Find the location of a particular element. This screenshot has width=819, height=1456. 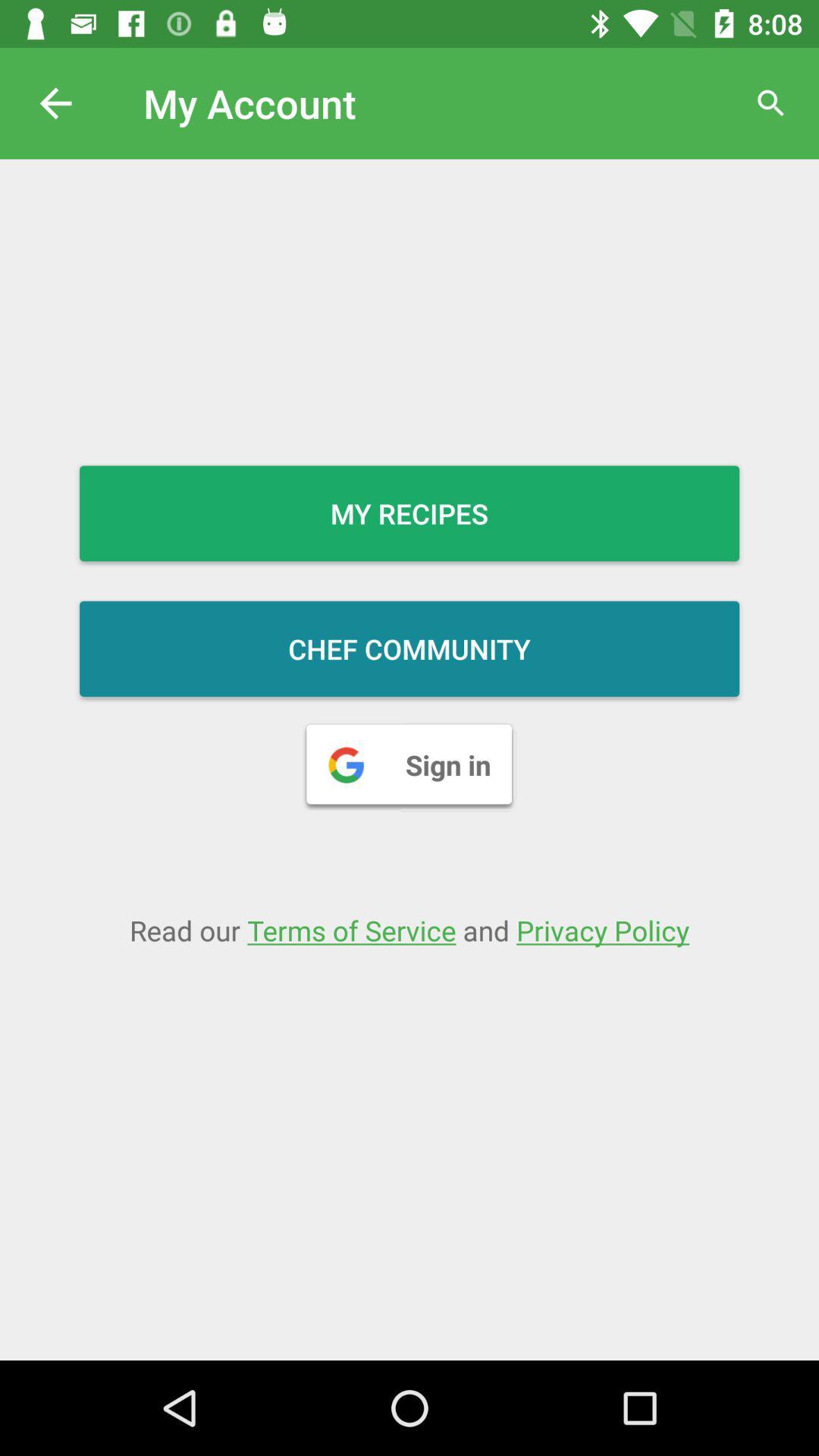

sign in is located at coordinates (409, 764).